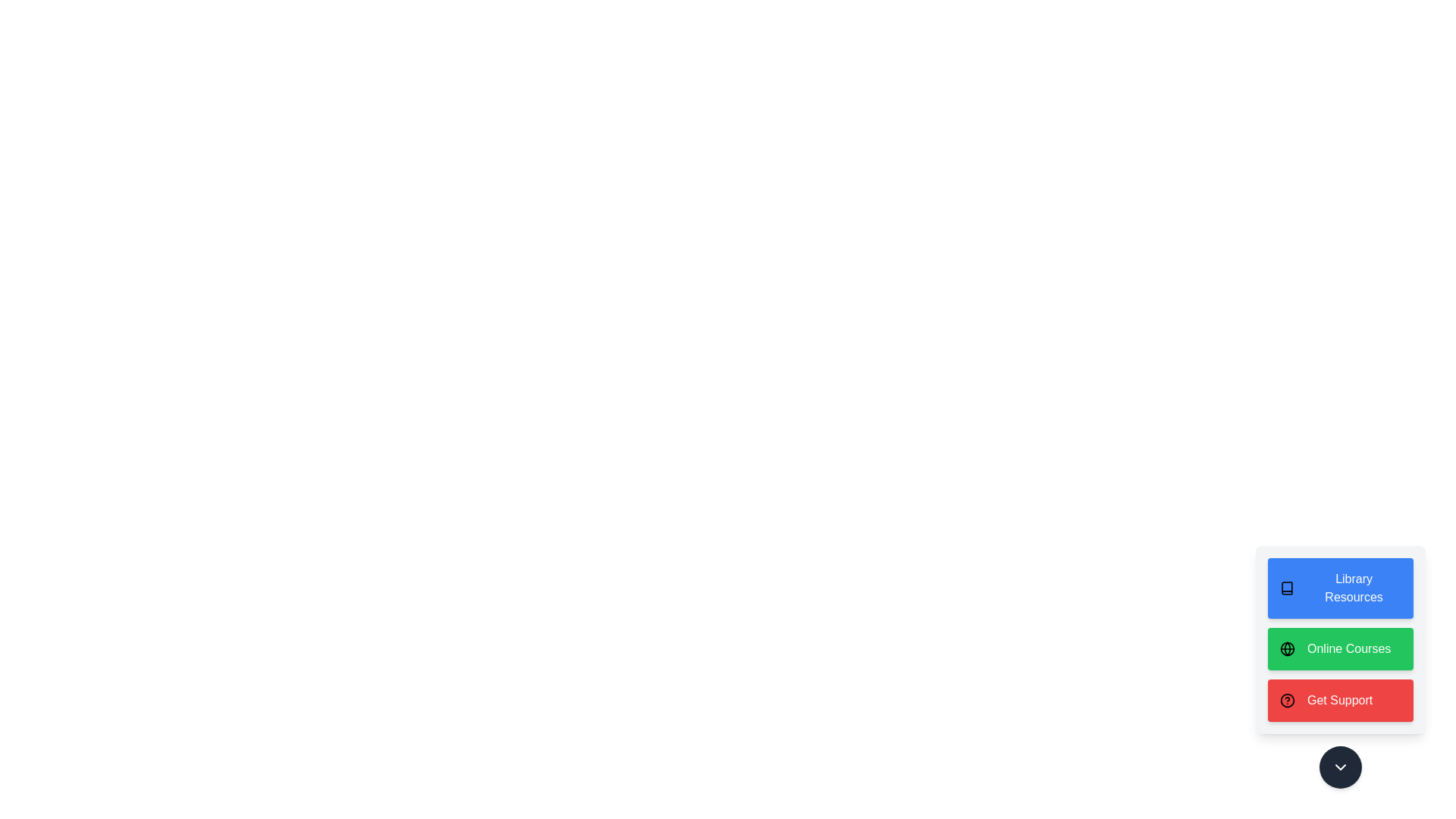  What do you see at coordinates (1340, 648) in the screenshot?
I see `the Online Courses button in the speed dial to select it` at bounding box center [1340, 648].